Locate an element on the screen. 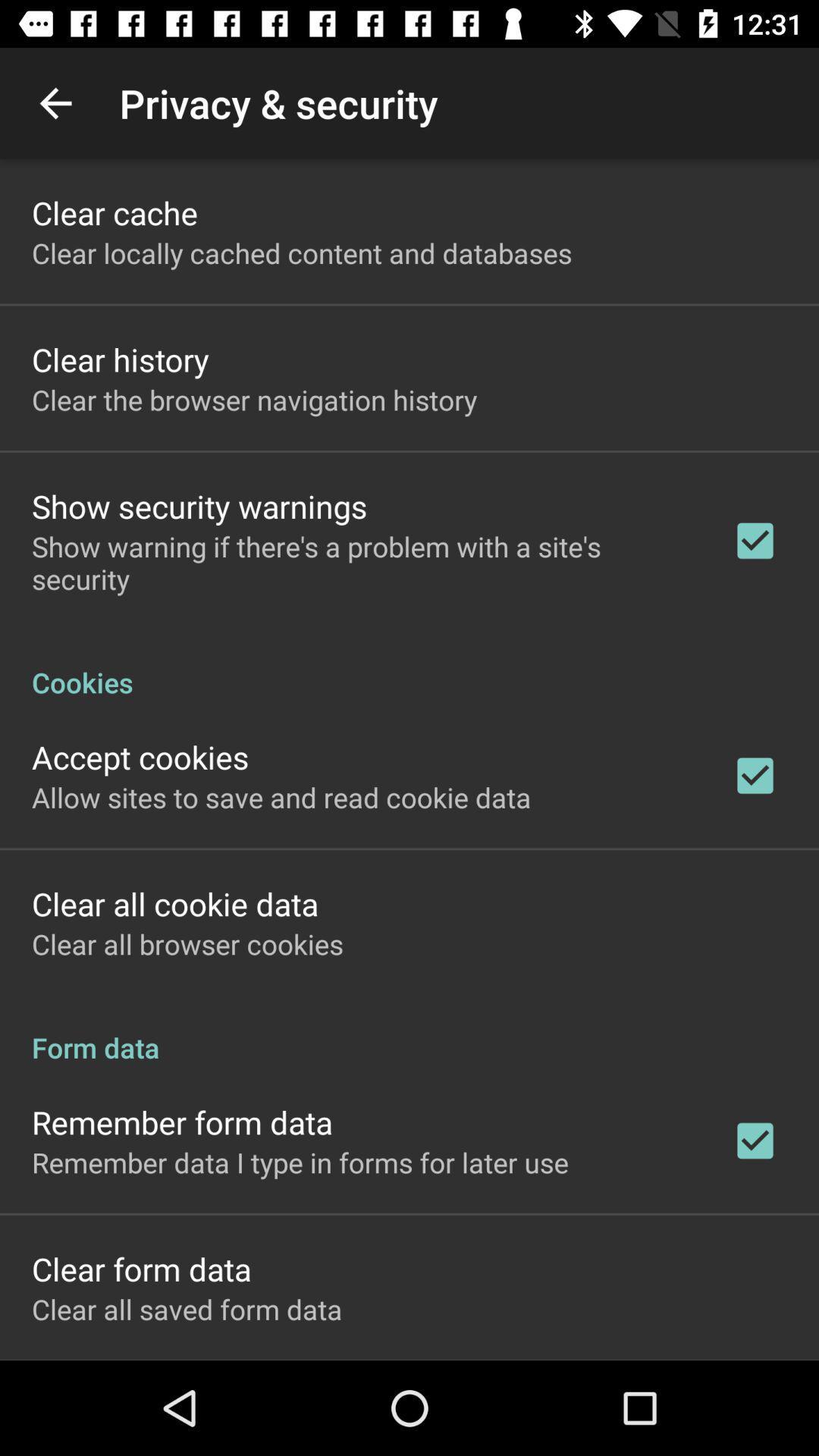 Image resolution: width=819 pixels, height=1456 pixels. the item above clear locally cached is located at coordinates (114, 212).